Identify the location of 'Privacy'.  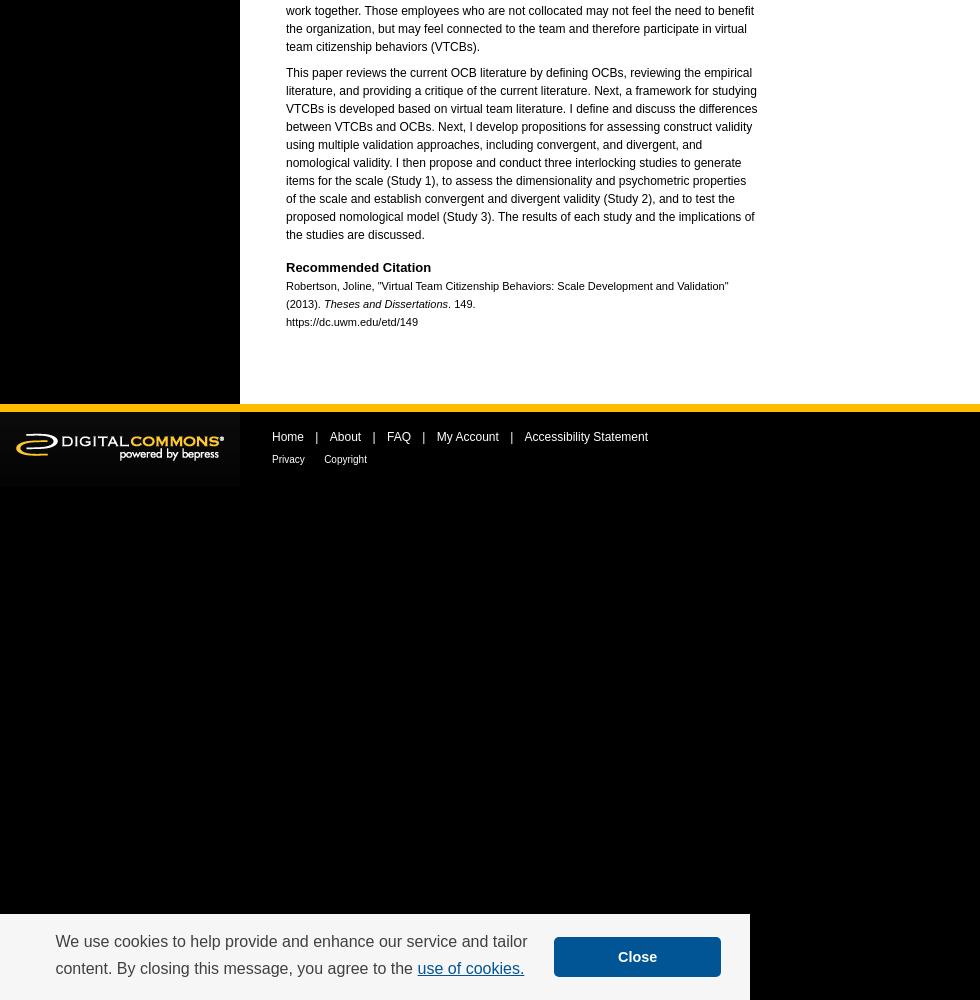
(288, 458).